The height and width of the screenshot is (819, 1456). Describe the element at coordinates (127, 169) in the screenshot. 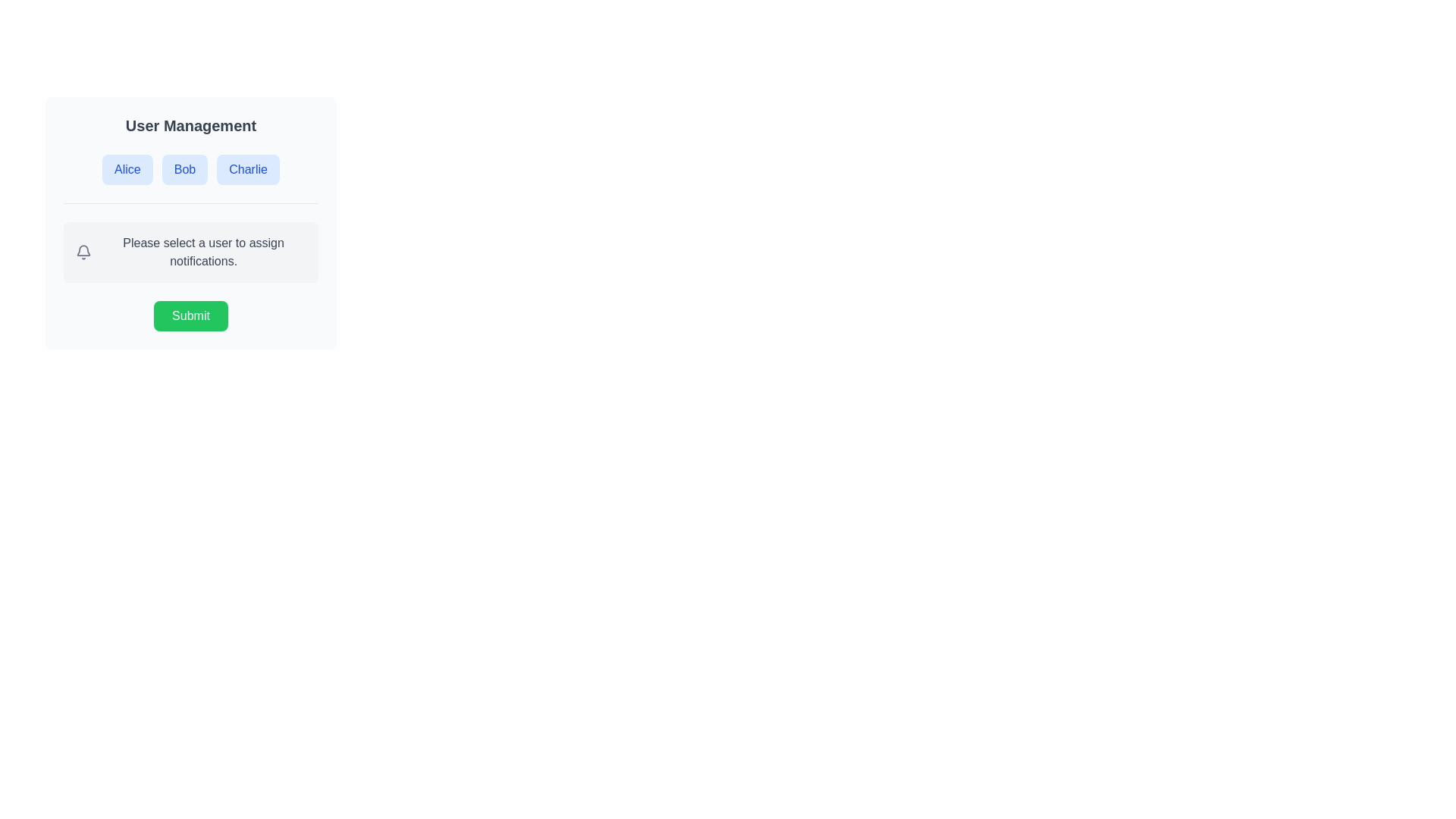

I see `the button labeled 'Alice' located under the 'User Management' heading to receive interaction feedback` at that location.